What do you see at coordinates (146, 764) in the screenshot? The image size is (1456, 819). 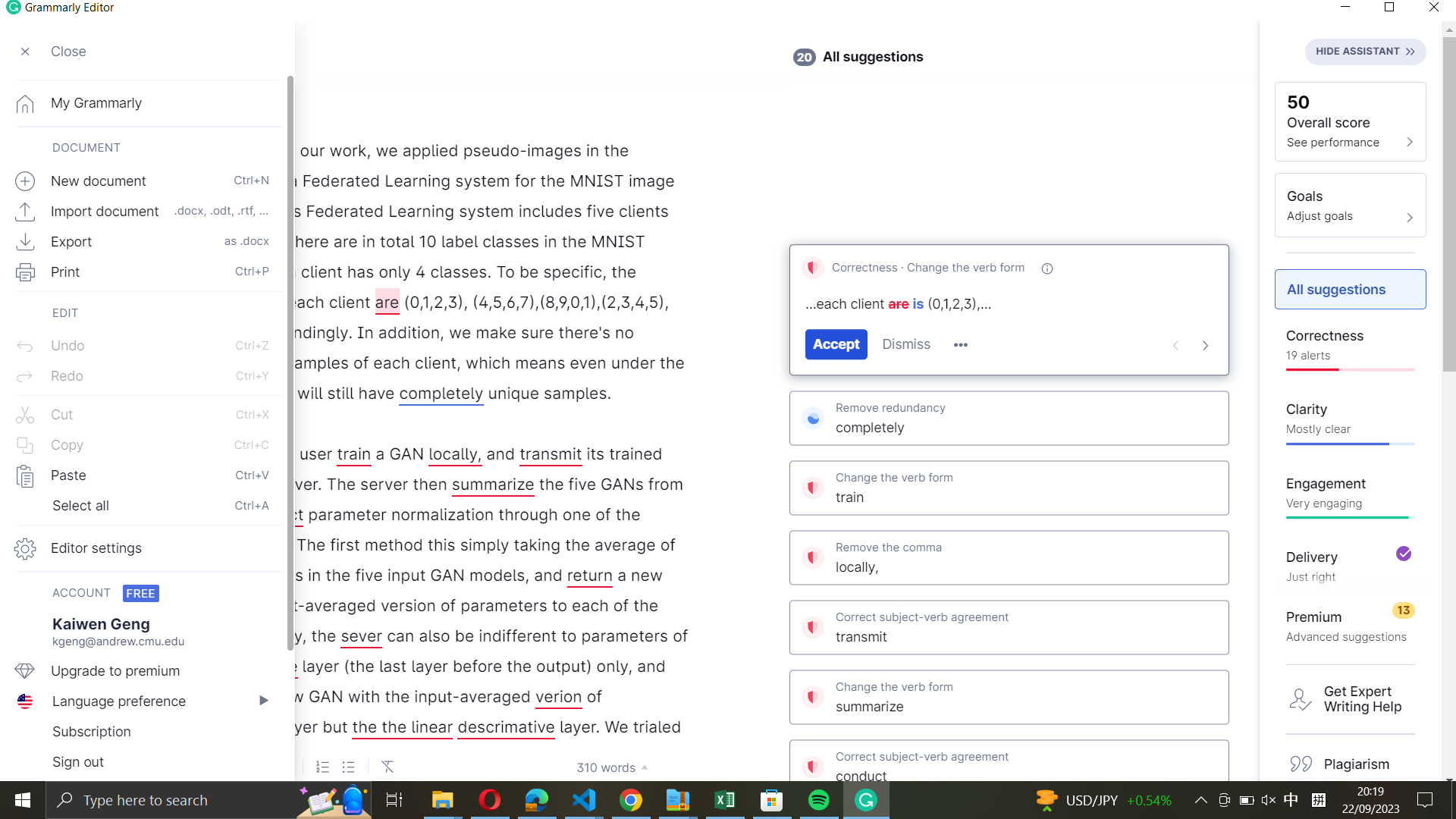 I see `Terminate the session in the editor` at bounding box center [146, 764].